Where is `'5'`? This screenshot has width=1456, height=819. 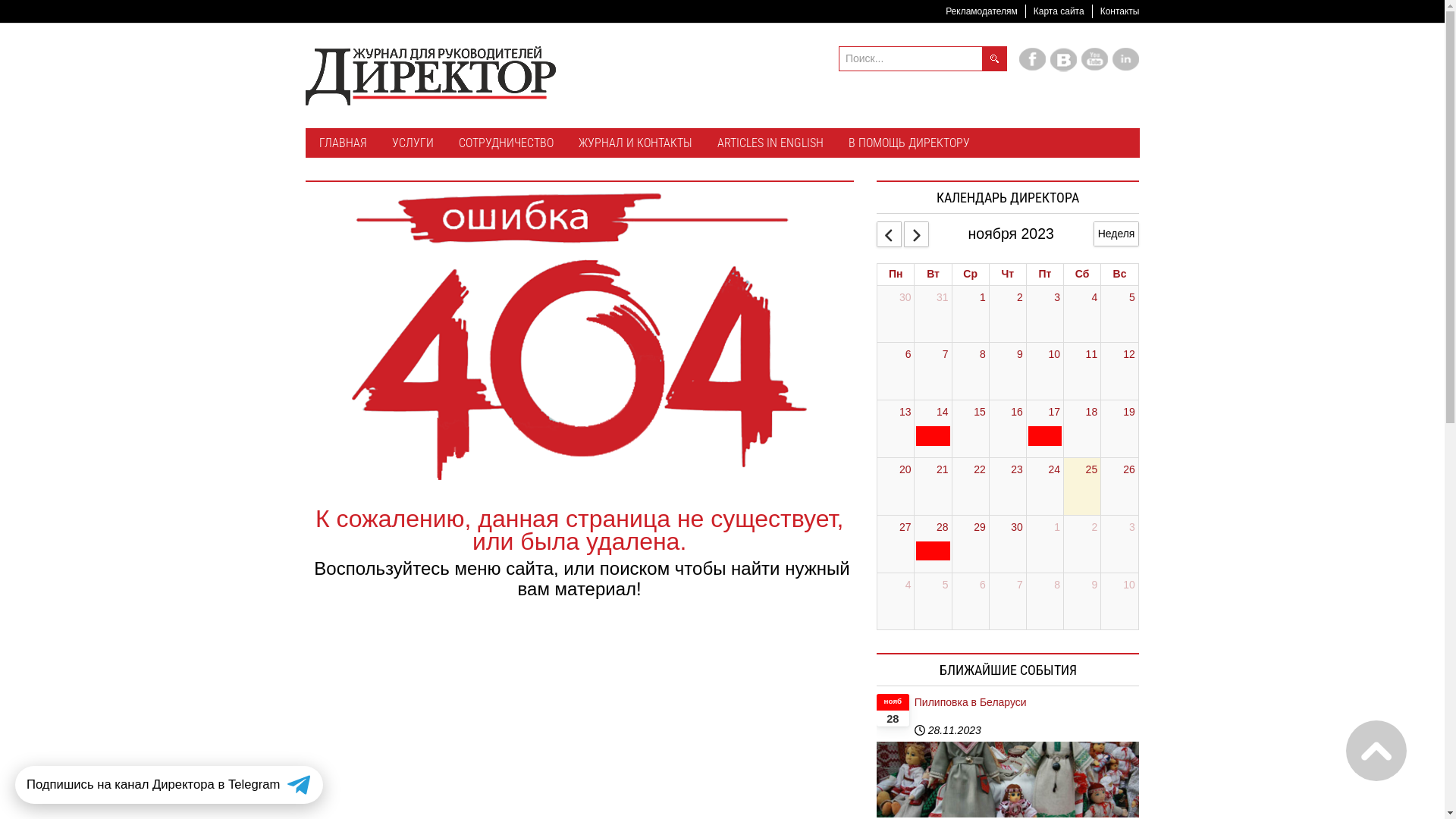 '5' is located at coordinates (945, 584).